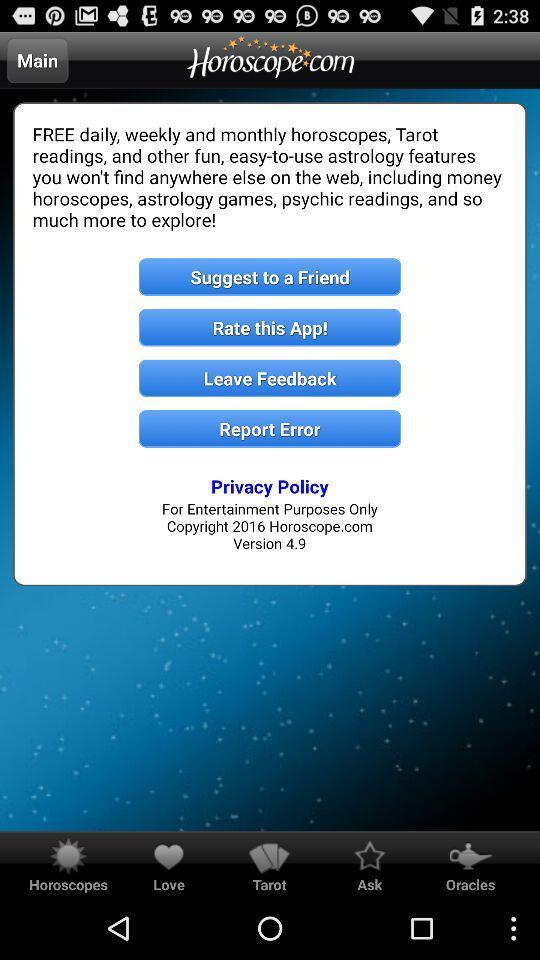 This screenshot has height=960, width=540. I want to click on app above free daily weekly, so click(37, 59).